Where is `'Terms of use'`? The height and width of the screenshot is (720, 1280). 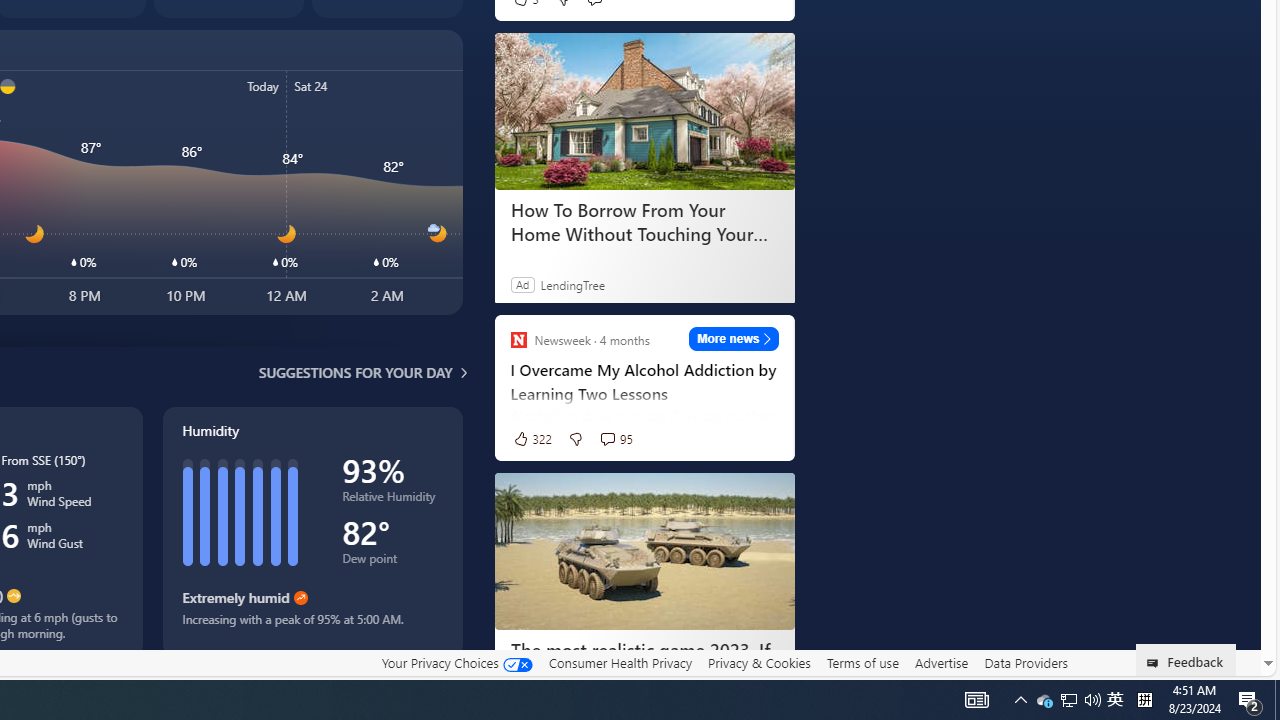 'Terms of use' is located at coordinates (862, 662).